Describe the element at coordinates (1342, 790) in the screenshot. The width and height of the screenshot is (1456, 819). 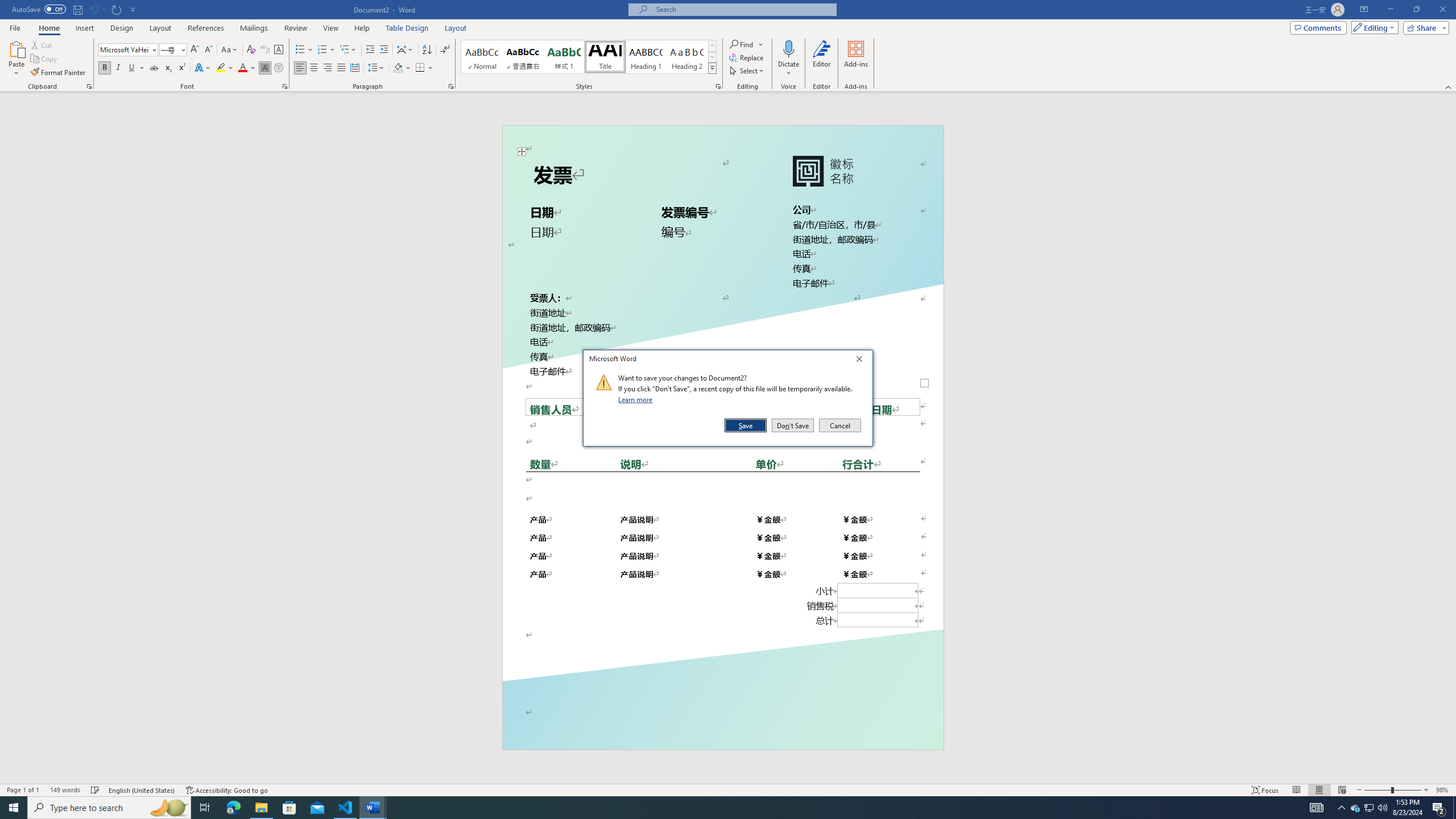
I see `'Web Layout'` at that location.